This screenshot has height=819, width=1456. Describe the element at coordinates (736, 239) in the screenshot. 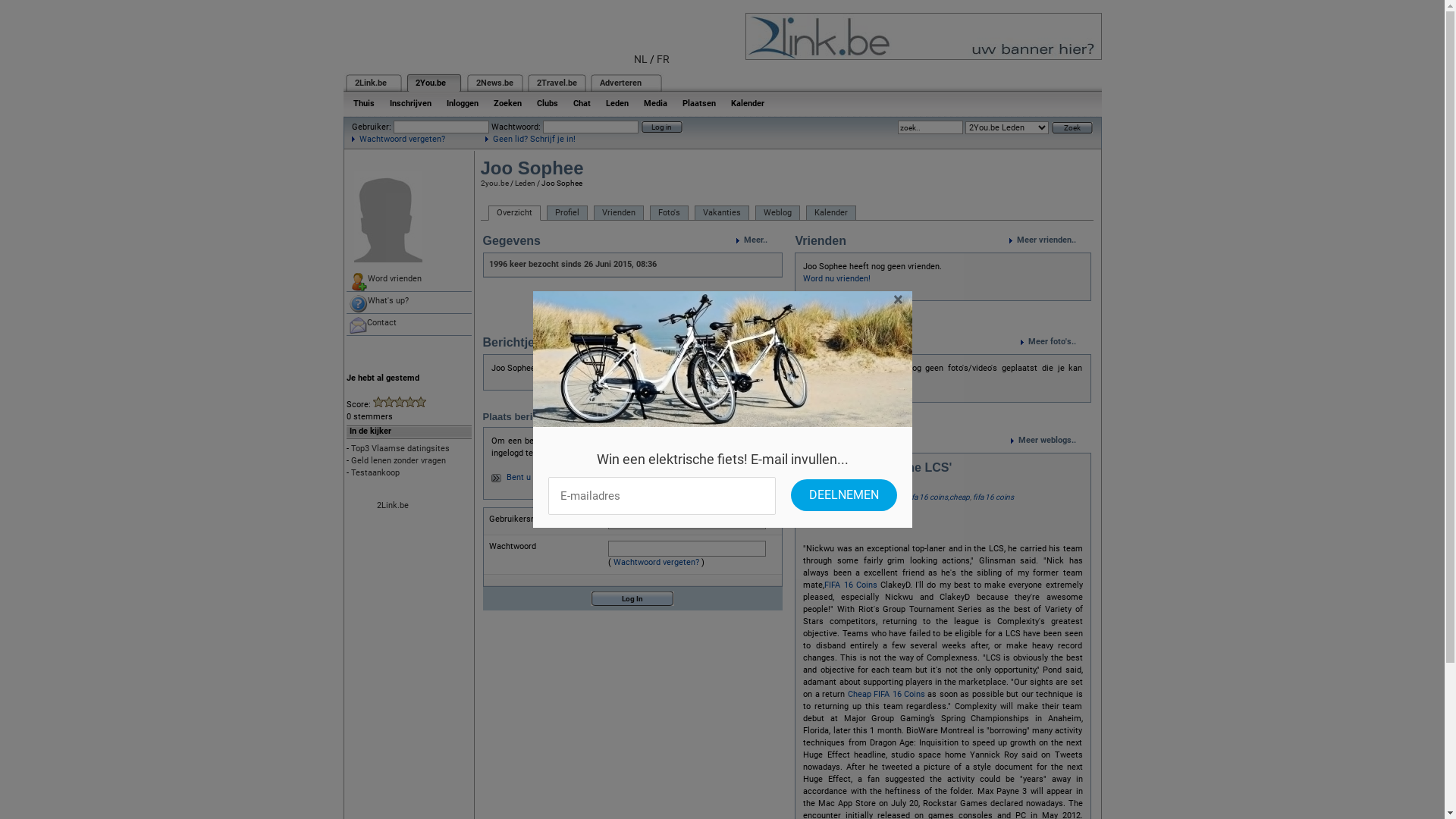

I see `'Meer..'` at that location.